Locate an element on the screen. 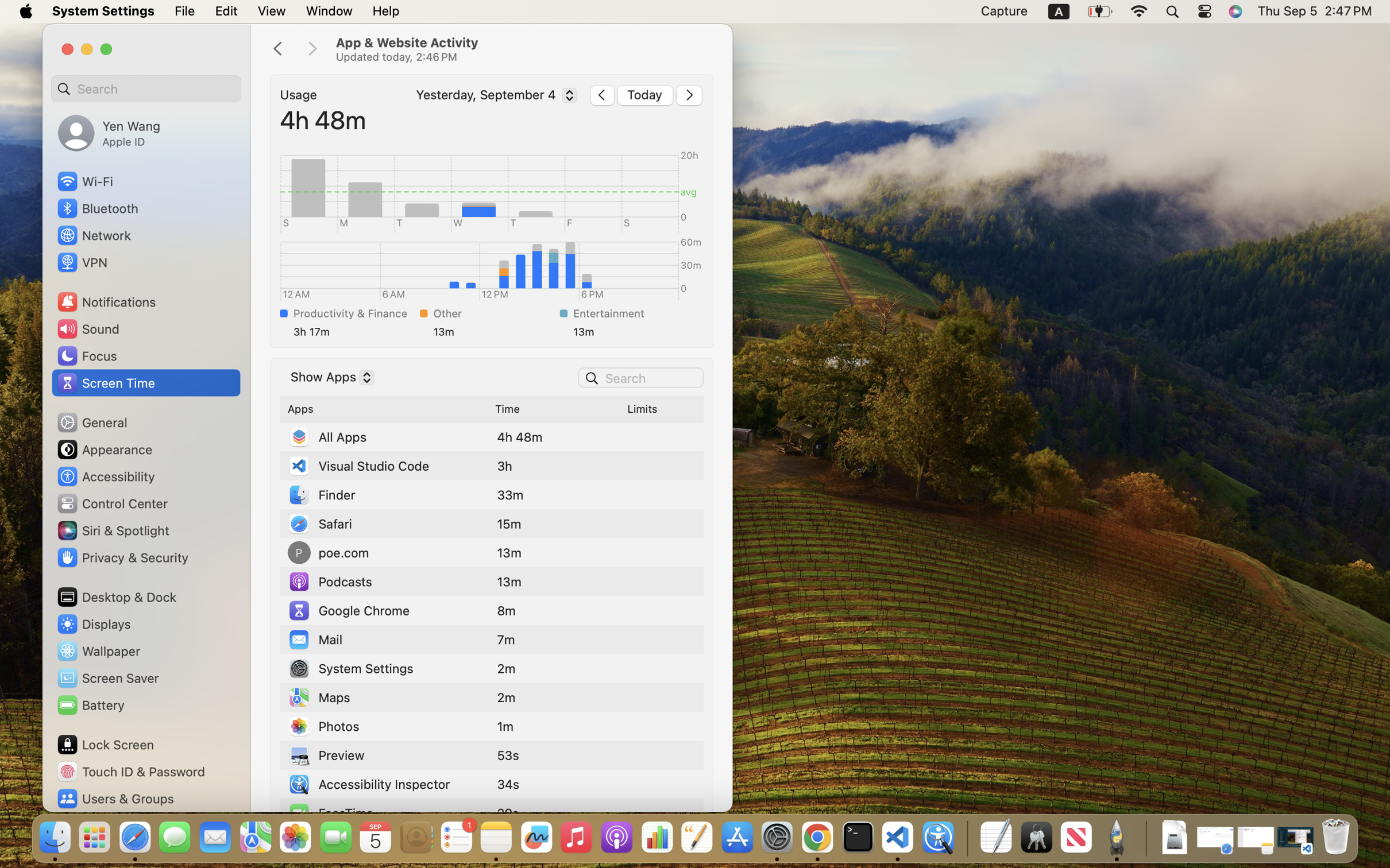 The width and height of the screenshot is (1390, 868). '2m' is located at coordinates (506, 696).